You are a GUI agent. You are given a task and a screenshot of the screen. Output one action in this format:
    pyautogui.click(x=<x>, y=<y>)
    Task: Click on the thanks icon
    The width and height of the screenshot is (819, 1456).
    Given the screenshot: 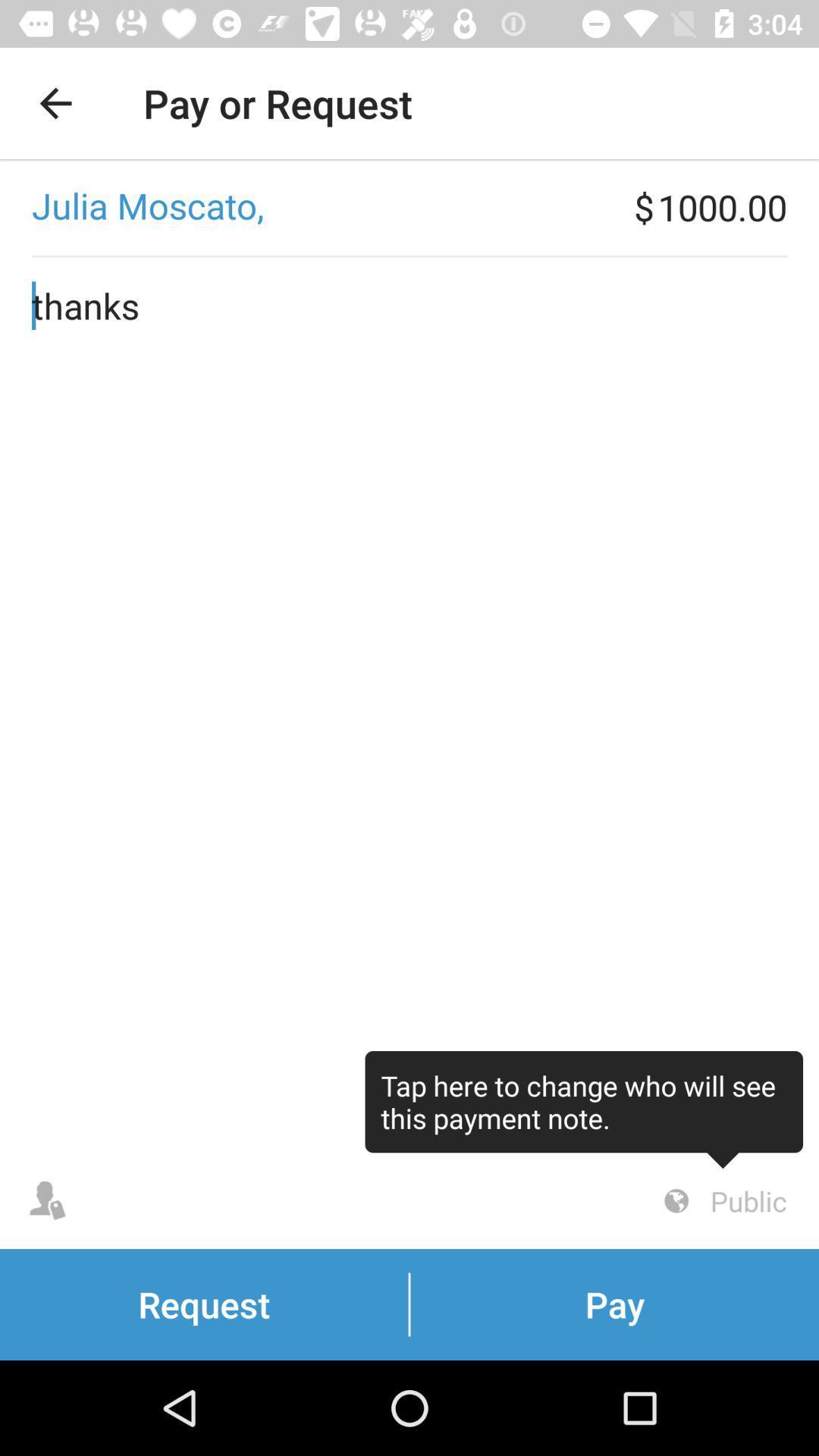 What is the action you would take?
    pyautogui.click(x=409, y=704)
    